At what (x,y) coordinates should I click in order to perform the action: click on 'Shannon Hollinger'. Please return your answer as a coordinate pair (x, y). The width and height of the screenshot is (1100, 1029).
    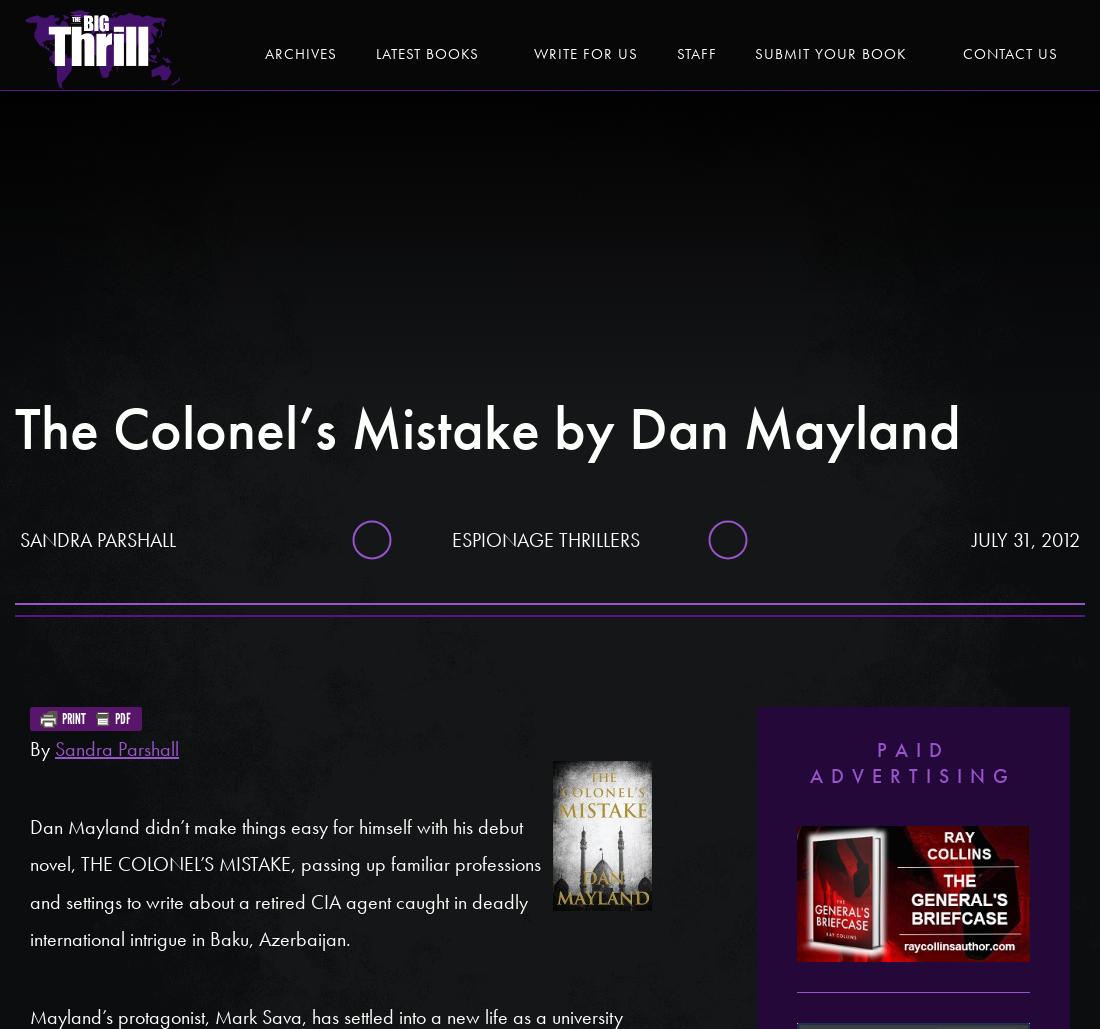
    Looking at the image, I should click on (912, 224).